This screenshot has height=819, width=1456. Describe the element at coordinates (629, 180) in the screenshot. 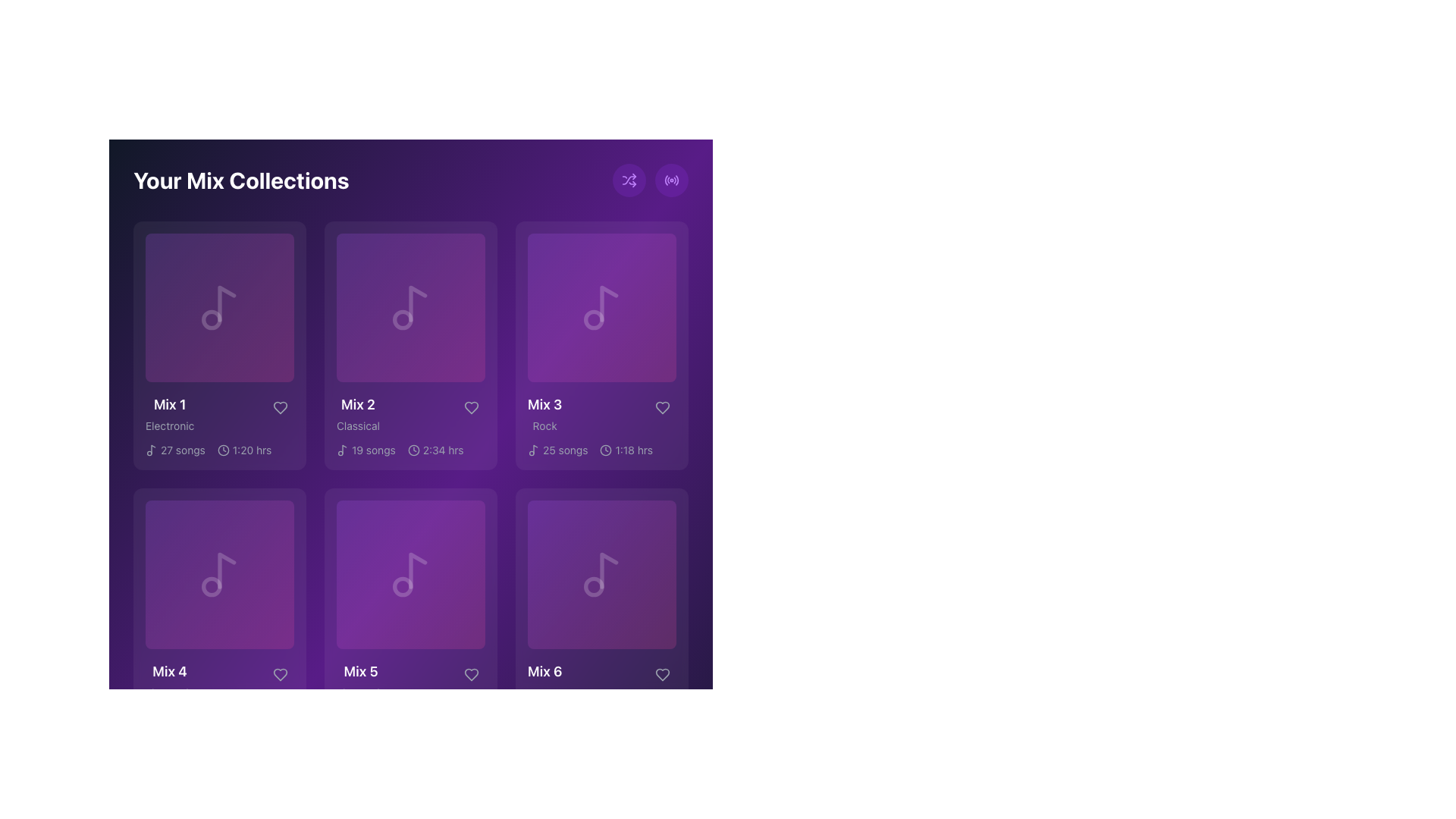

I see `the shuffle icon located in the top-right corner of the interface` at that location.